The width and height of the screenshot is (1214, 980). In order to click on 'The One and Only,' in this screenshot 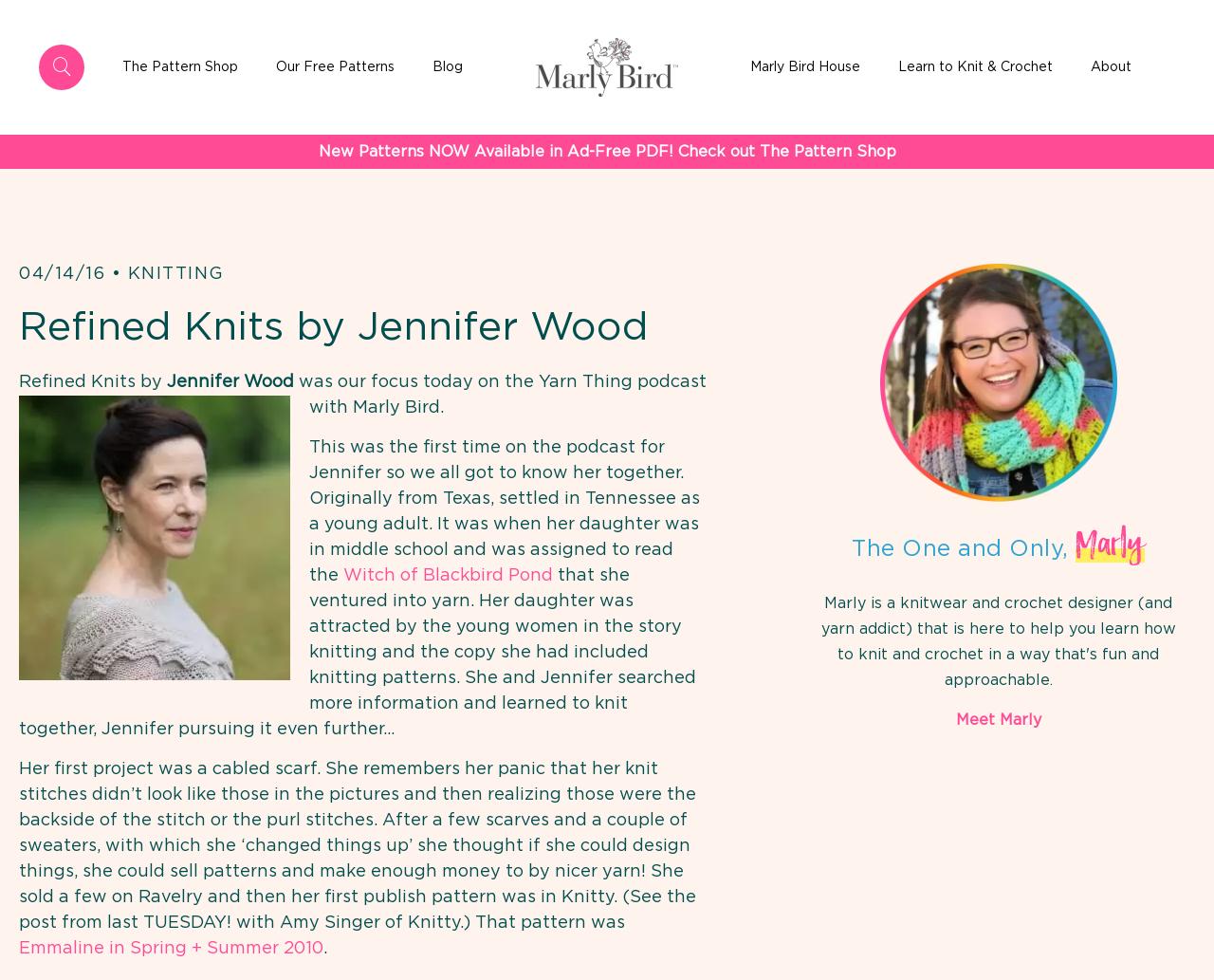, I will do `click(959, 546)`.